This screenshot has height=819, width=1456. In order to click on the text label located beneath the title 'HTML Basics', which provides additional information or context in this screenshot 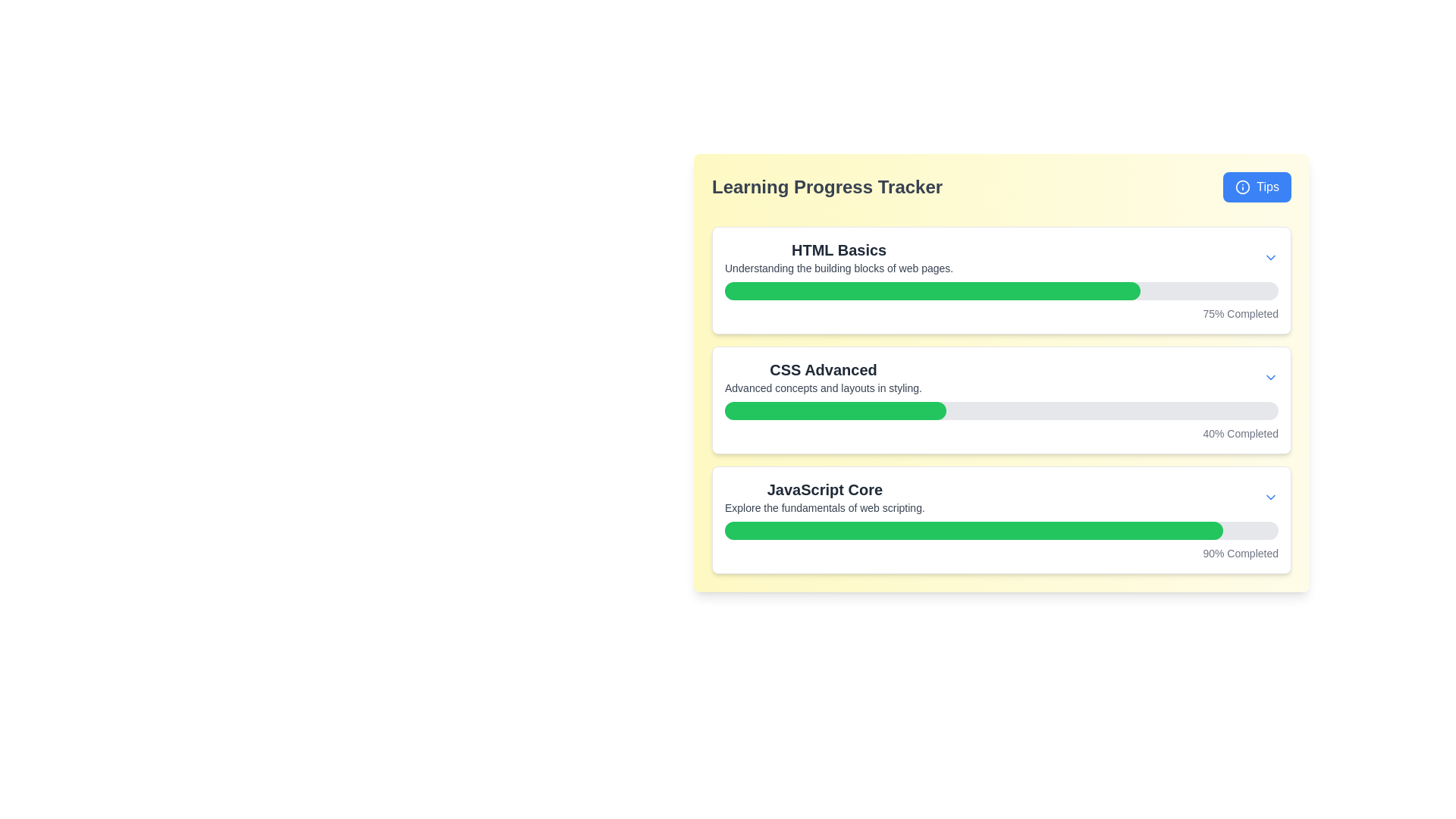, I will do `click(838, 268)`.